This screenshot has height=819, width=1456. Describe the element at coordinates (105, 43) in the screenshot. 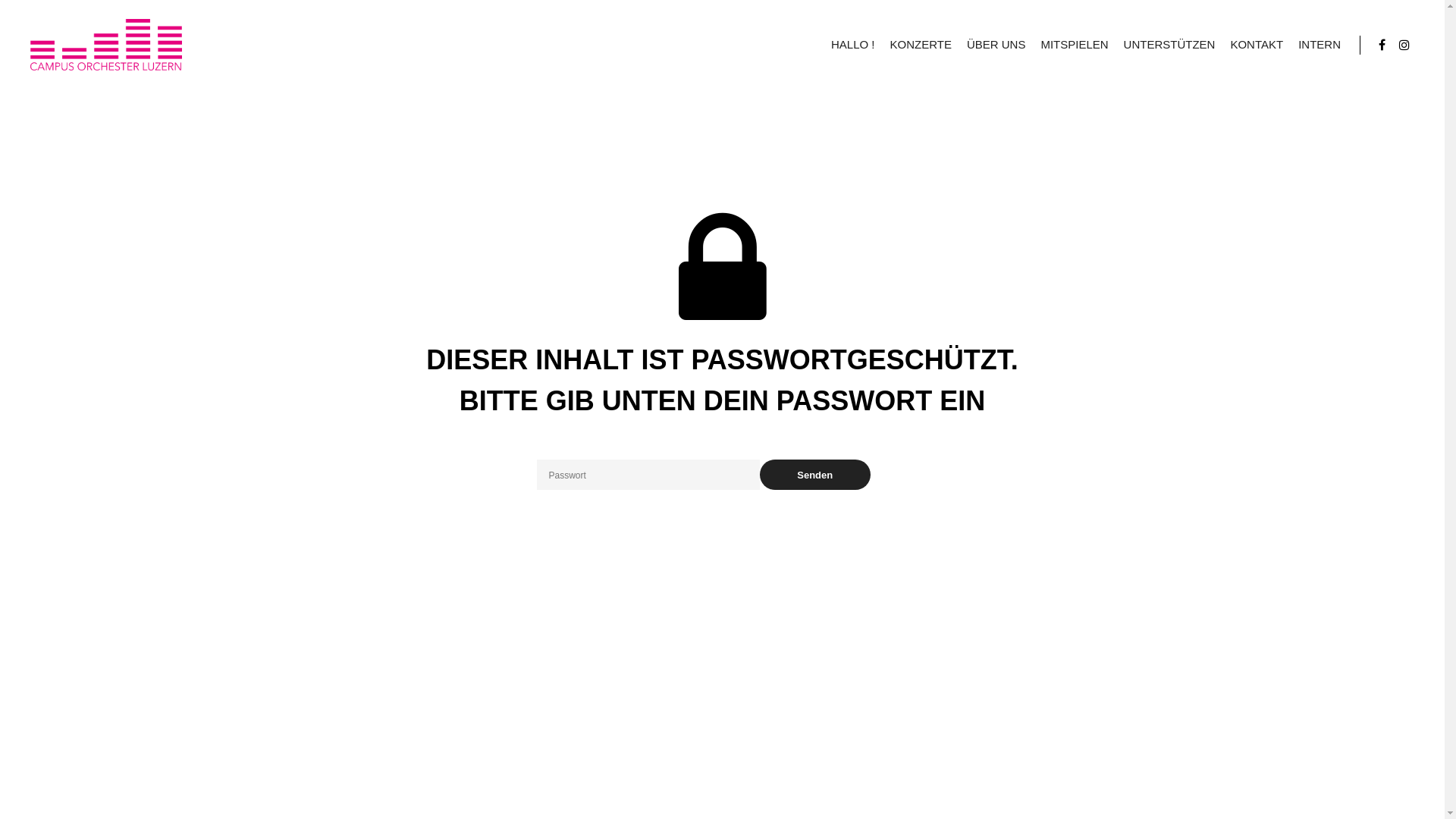

I see `'Campus Orchester Luzern'` at that location.